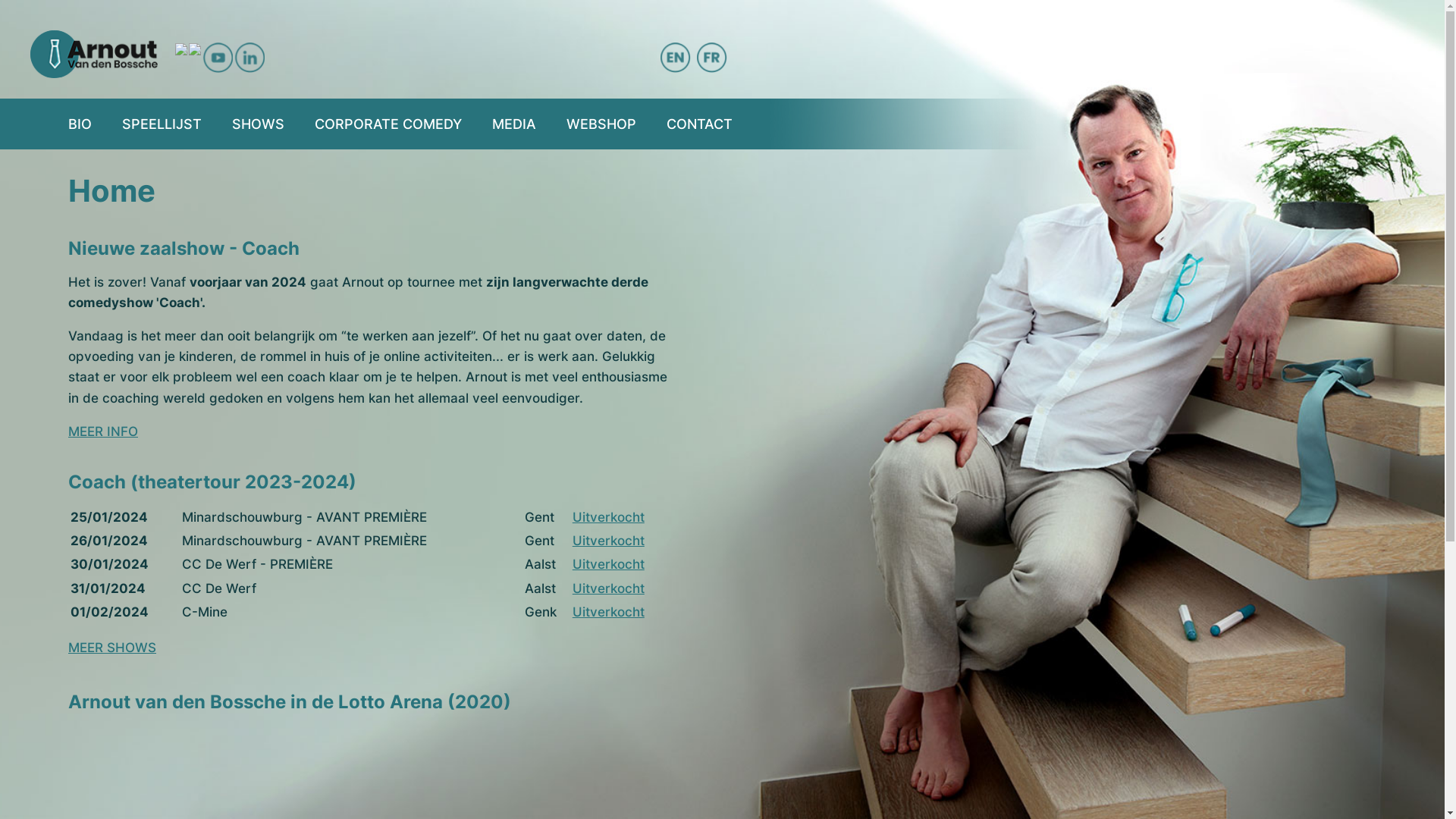 The image size is (1456, 819). What do you see at coordinates (666, 123) in the screenshot?
I see `'CONTACT'` at bounding box center [666, 123].